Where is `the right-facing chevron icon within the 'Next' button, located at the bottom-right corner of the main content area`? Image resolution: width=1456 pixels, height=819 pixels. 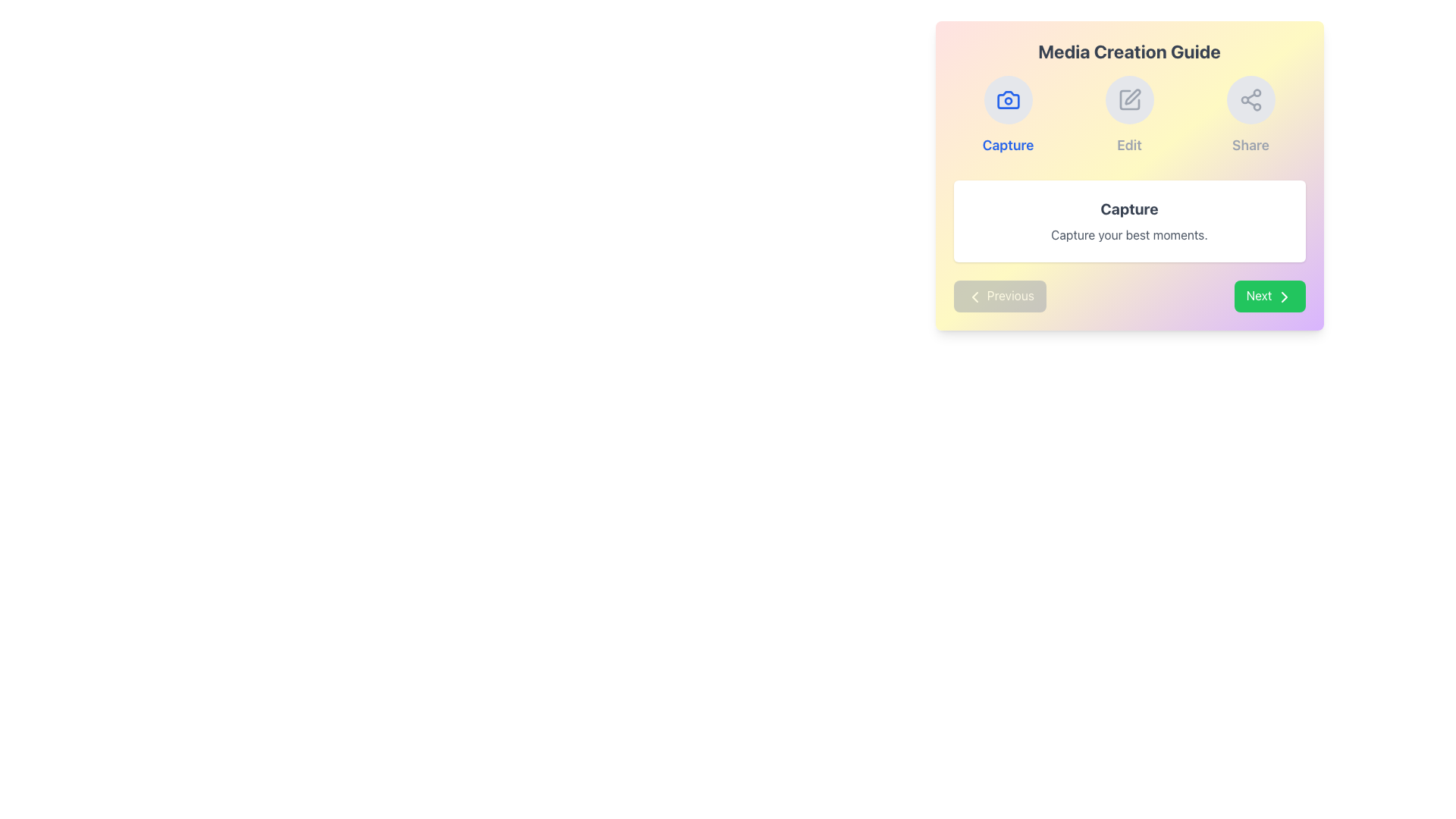 the right-facing chevron icon within the 'Next' button, located at the bottom-right corner of the main content area is located at coordinates (1283, 297).